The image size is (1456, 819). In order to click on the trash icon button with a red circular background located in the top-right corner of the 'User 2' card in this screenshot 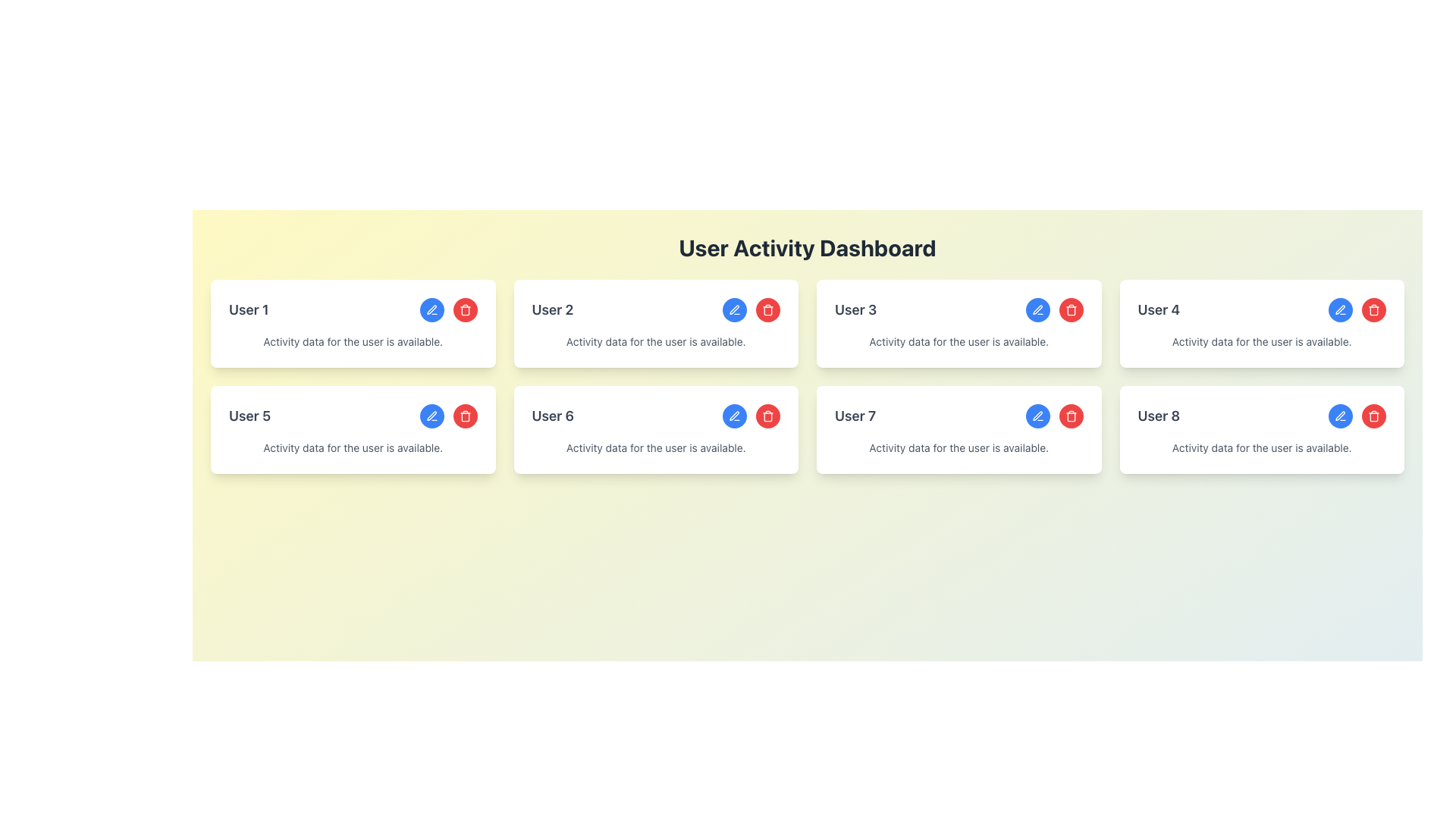, I will do `click(464, 309)`.